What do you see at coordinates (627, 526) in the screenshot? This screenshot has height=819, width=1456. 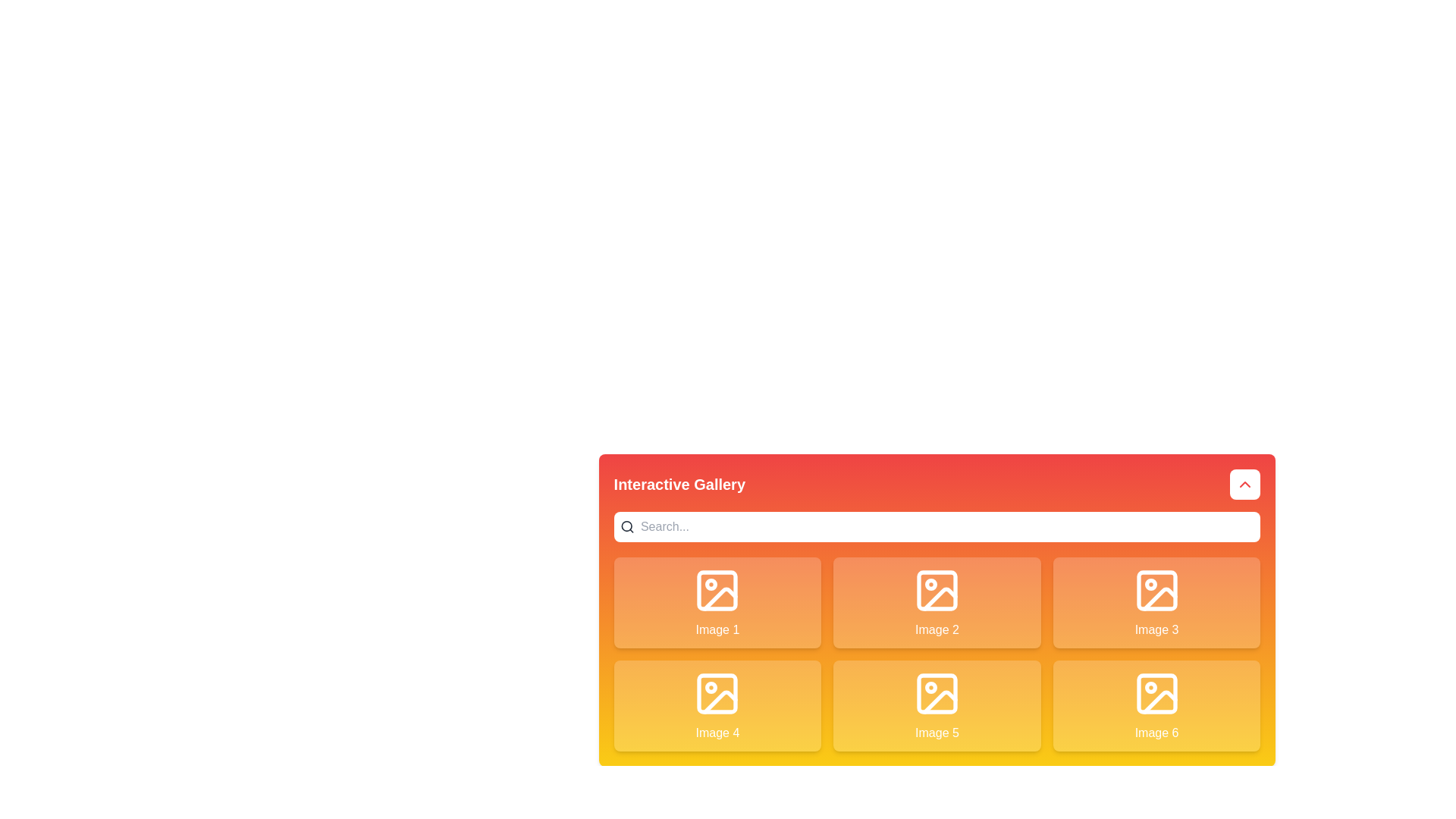 I see `the magnifying glass icon located at the leftmost side of the horizontal search bar beneath the title 'Interactive Gallery'` at bounding box center [627, 526].